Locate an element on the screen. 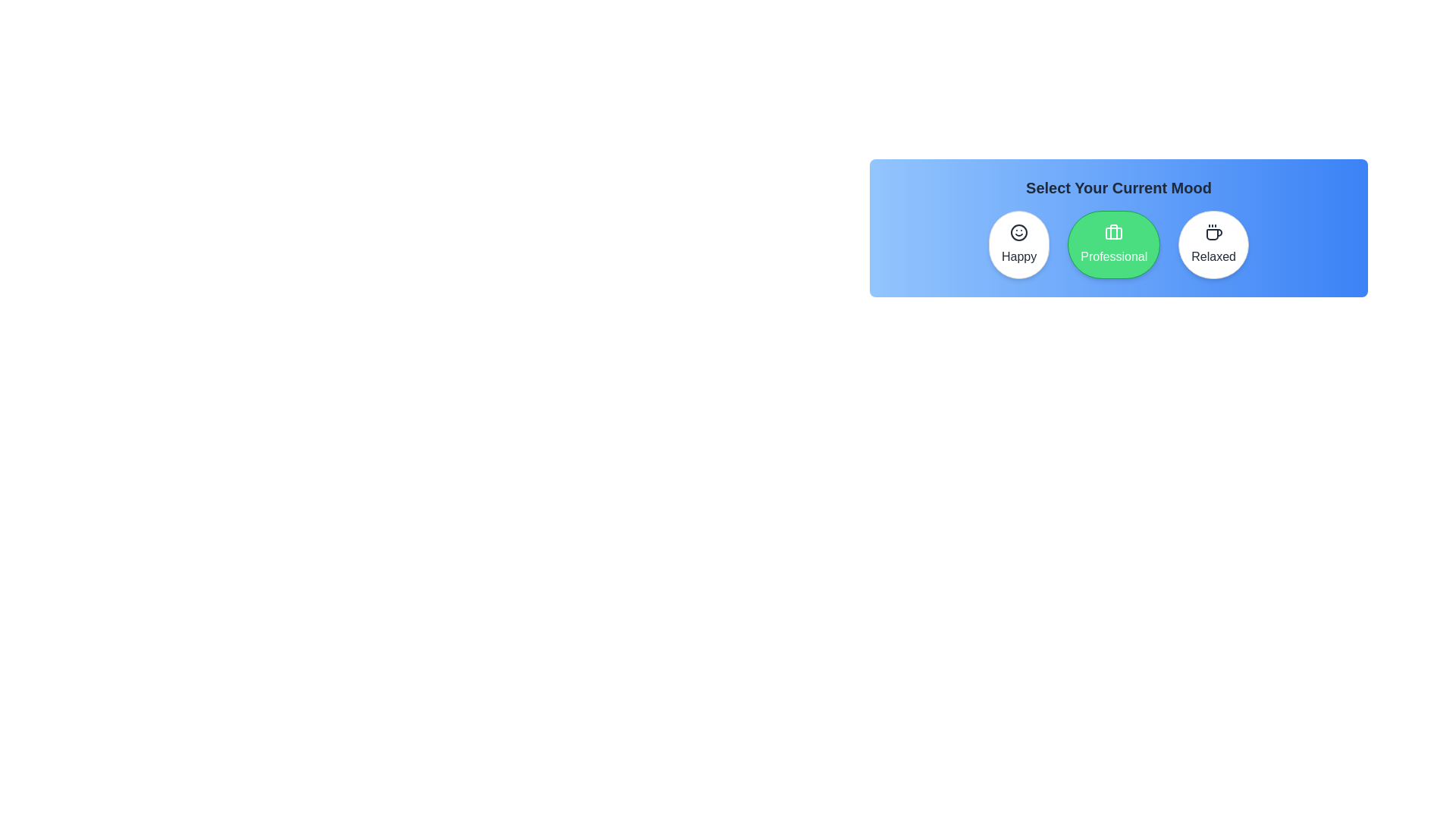  the mood button corresponding to Professional is located at coordinates (1113, 244).